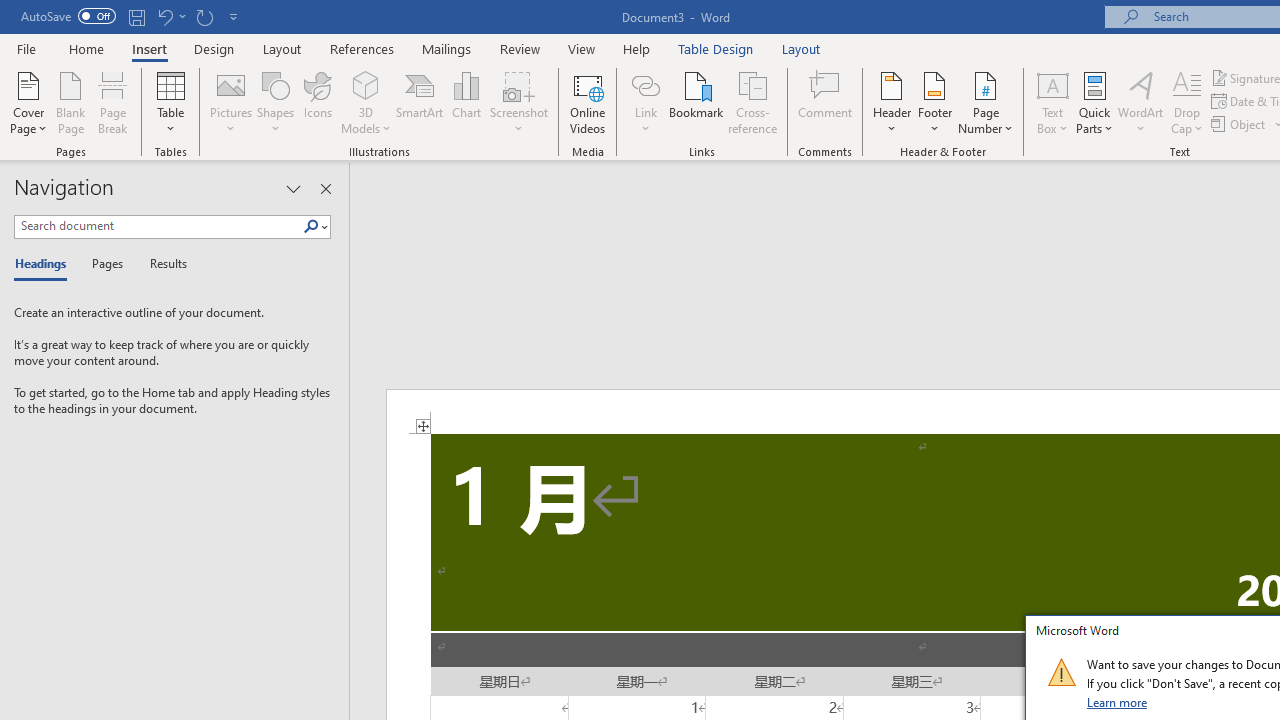 The height and width of the screenshot is (720, 1280). Describe the element at coordinates (112, 103) in the screenshot. I see `'Page Break'` at that location.